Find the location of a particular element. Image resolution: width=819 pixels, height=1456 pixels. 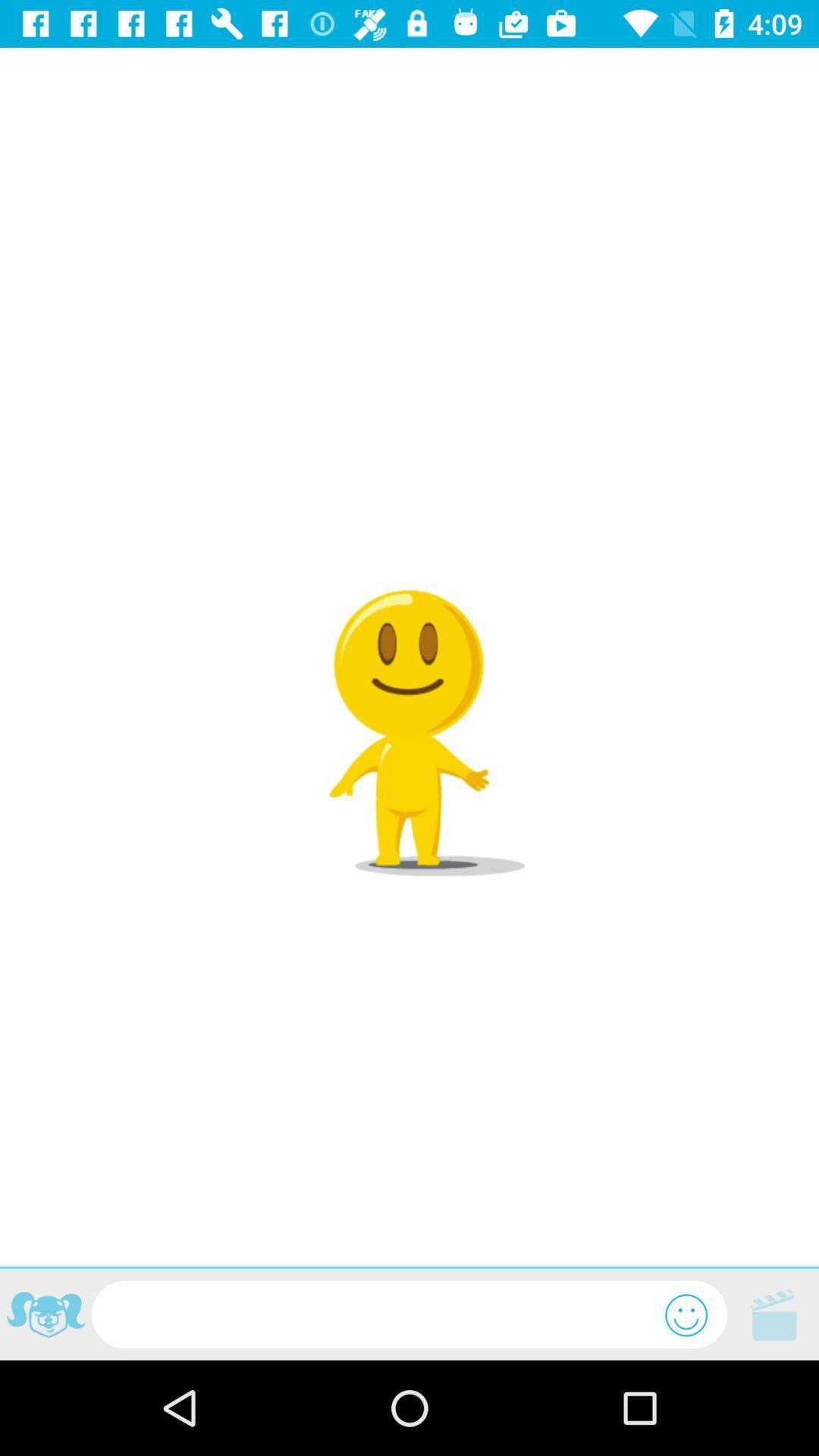

profile change is located at coordinates (45, 1316).